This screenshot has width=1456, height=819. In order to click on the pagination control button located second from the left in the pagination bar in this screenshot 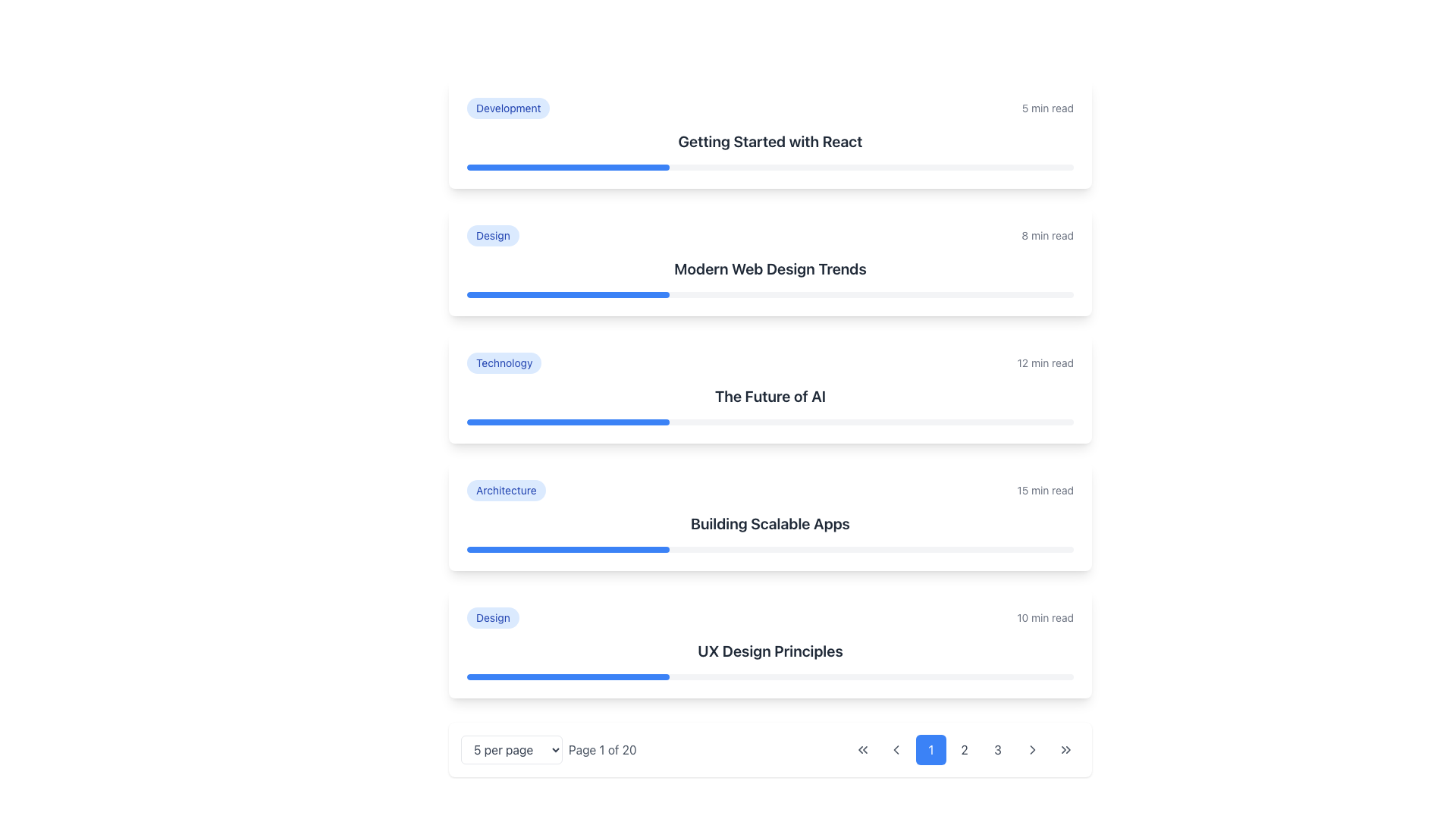, I will do `click(896, 748)`.